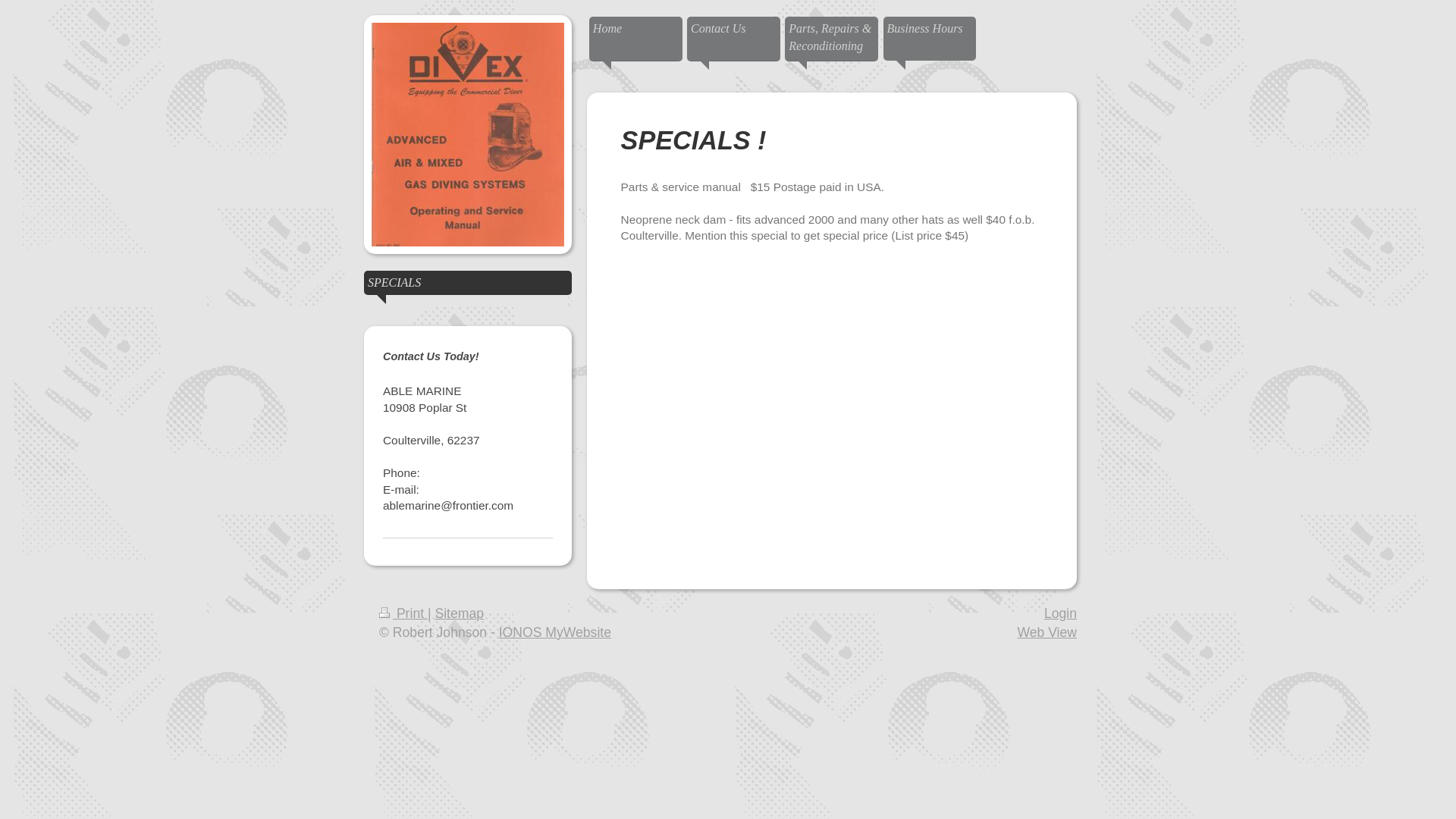  I want to click on 'Print', so click(378, 613).